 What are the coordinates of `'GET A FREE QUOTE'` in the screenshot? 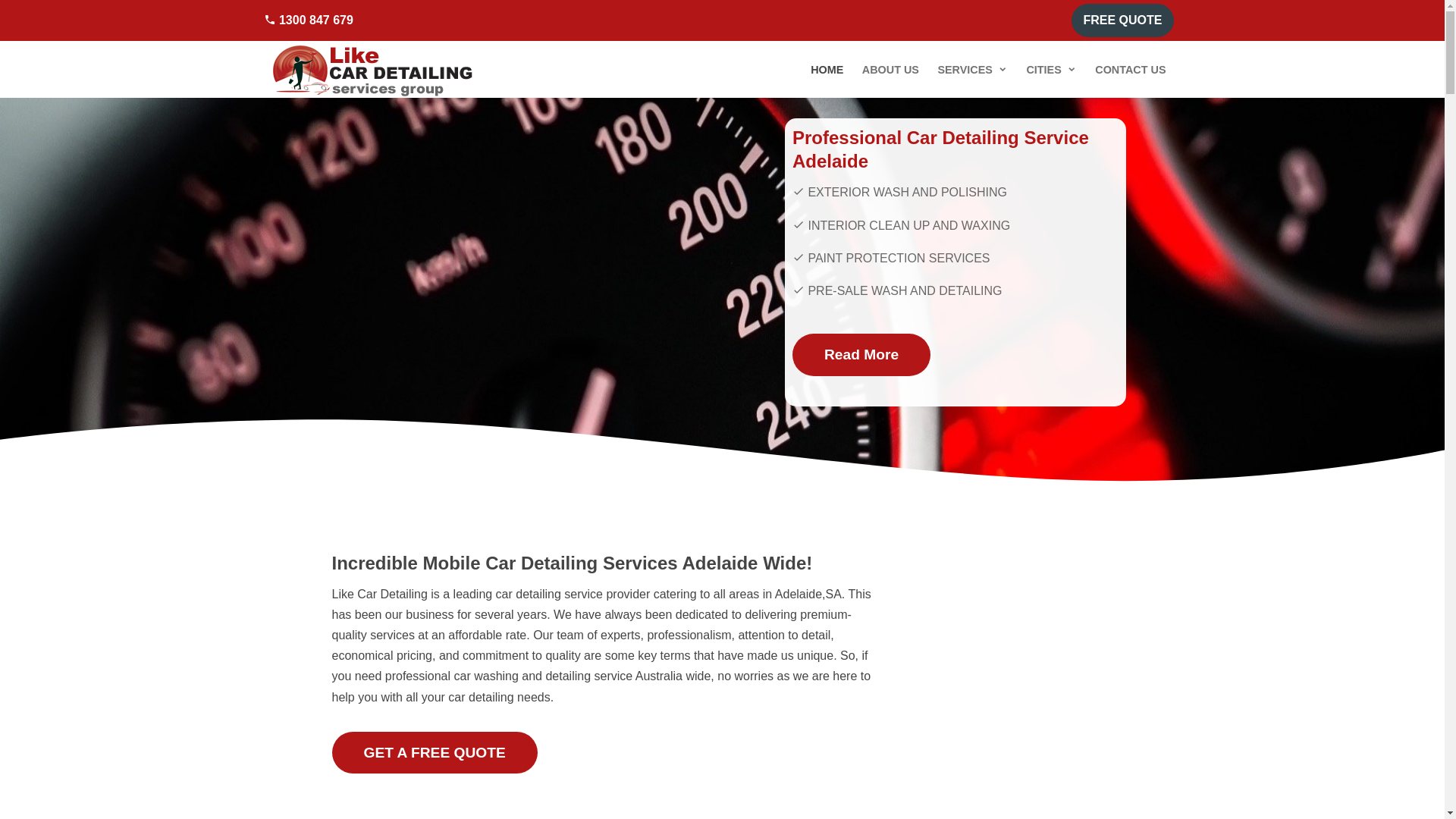 It's located at (434, 752).